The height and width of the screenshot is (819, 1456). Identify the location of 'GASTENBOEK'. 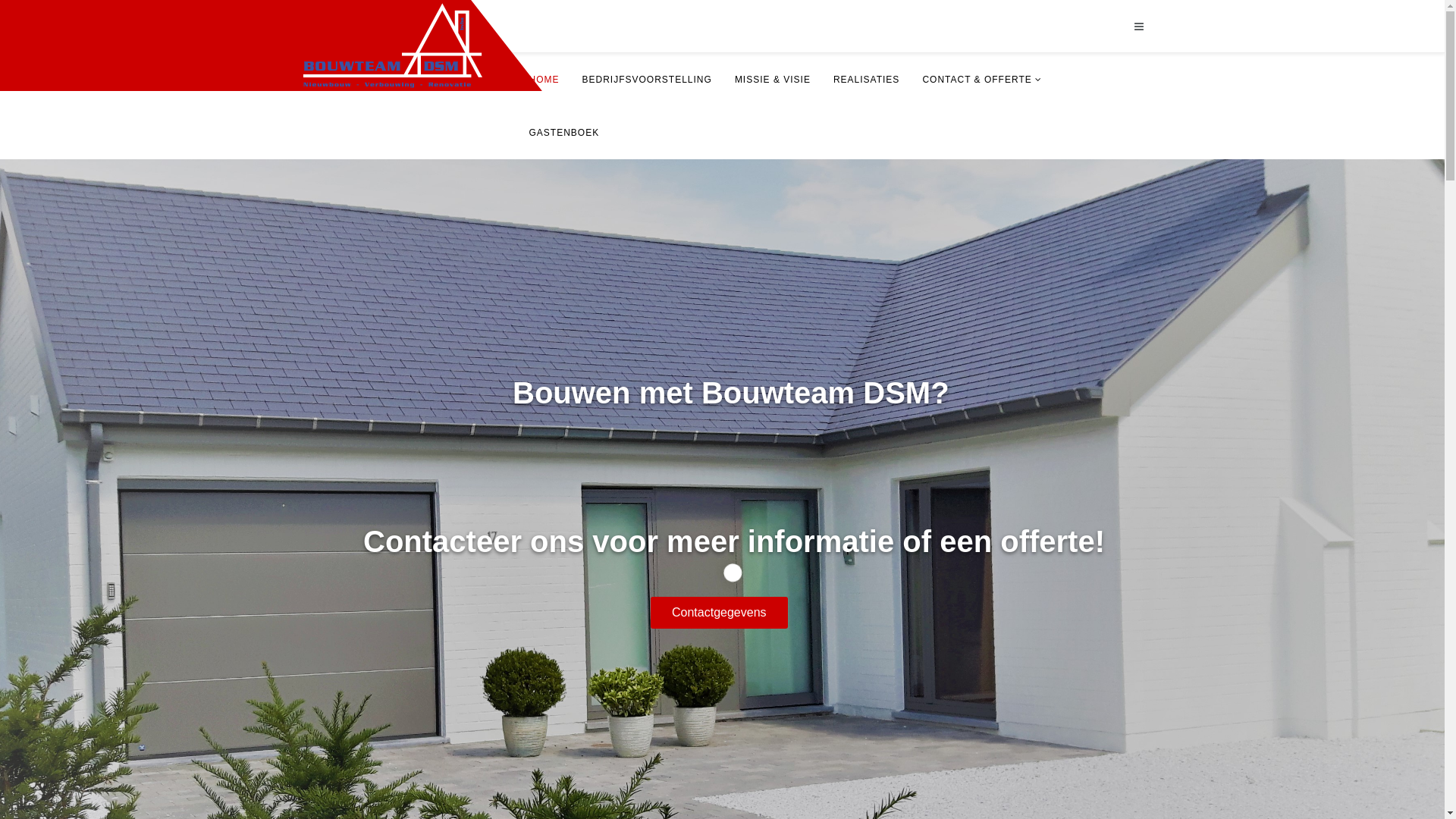
(516, 131).